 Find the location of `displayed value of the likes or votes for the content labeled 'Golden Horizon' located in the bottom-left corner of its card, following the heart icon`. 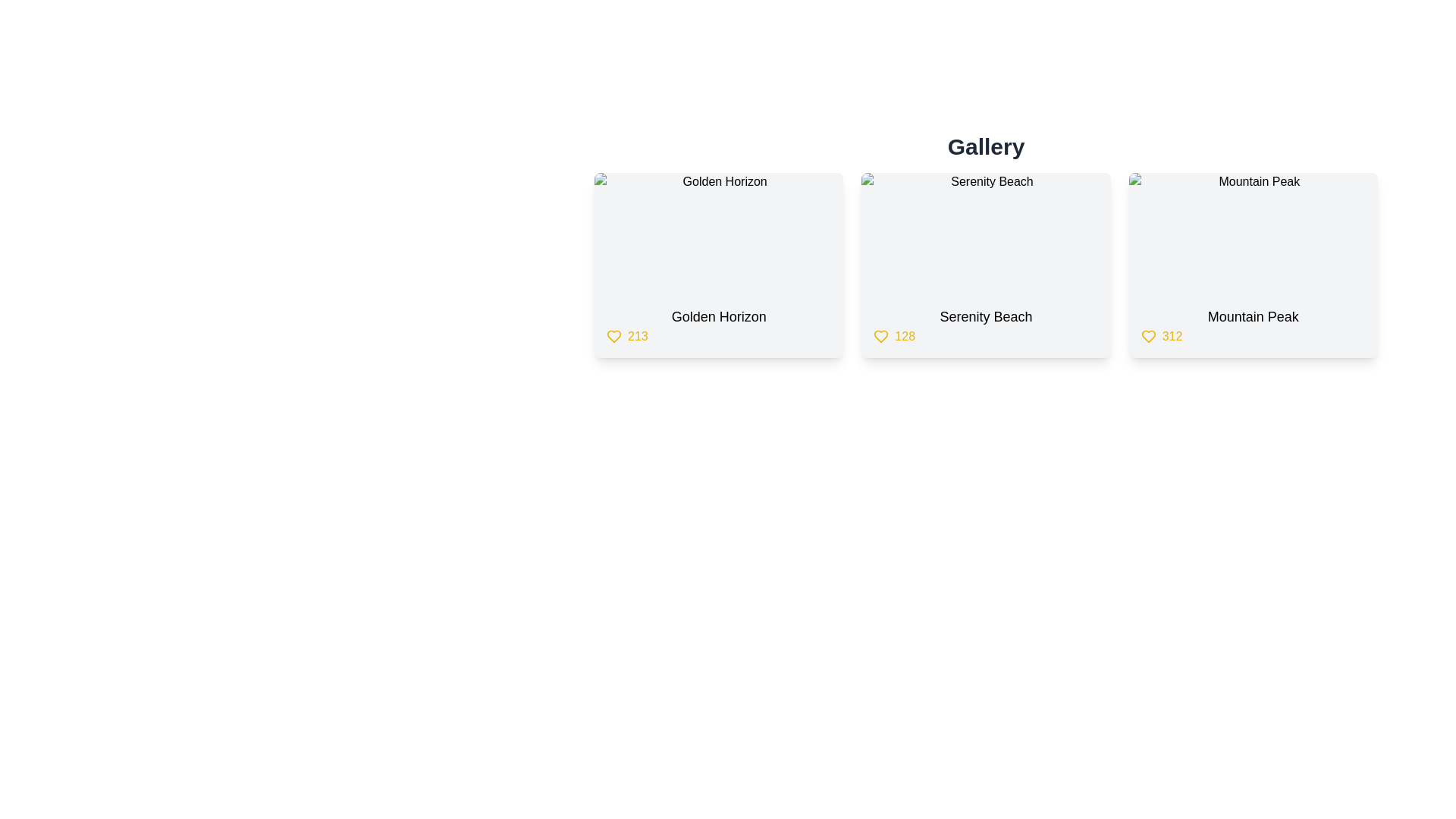

displayed value of the likes or votes for the content labeled 'Golden Horizon' located in the bottom-left corner of its card, following the heart icon is located at coordinates (638, 335).